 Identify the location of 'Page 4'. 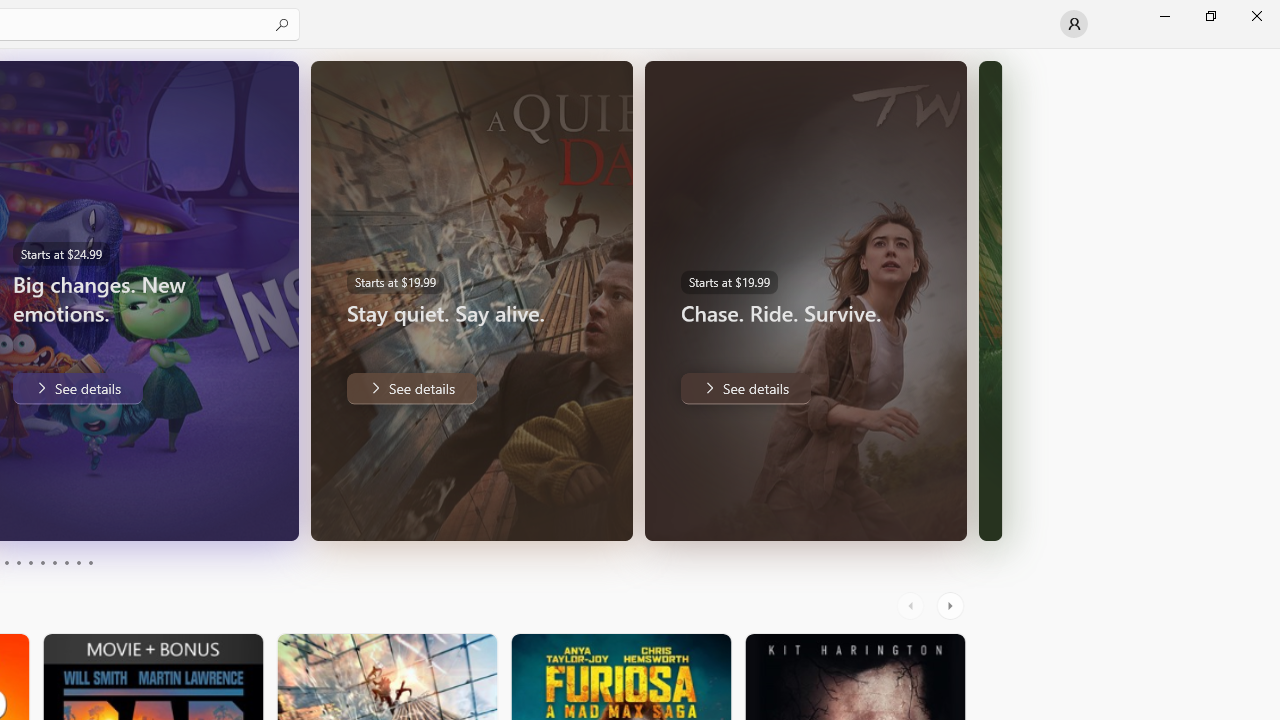
(17, 563).